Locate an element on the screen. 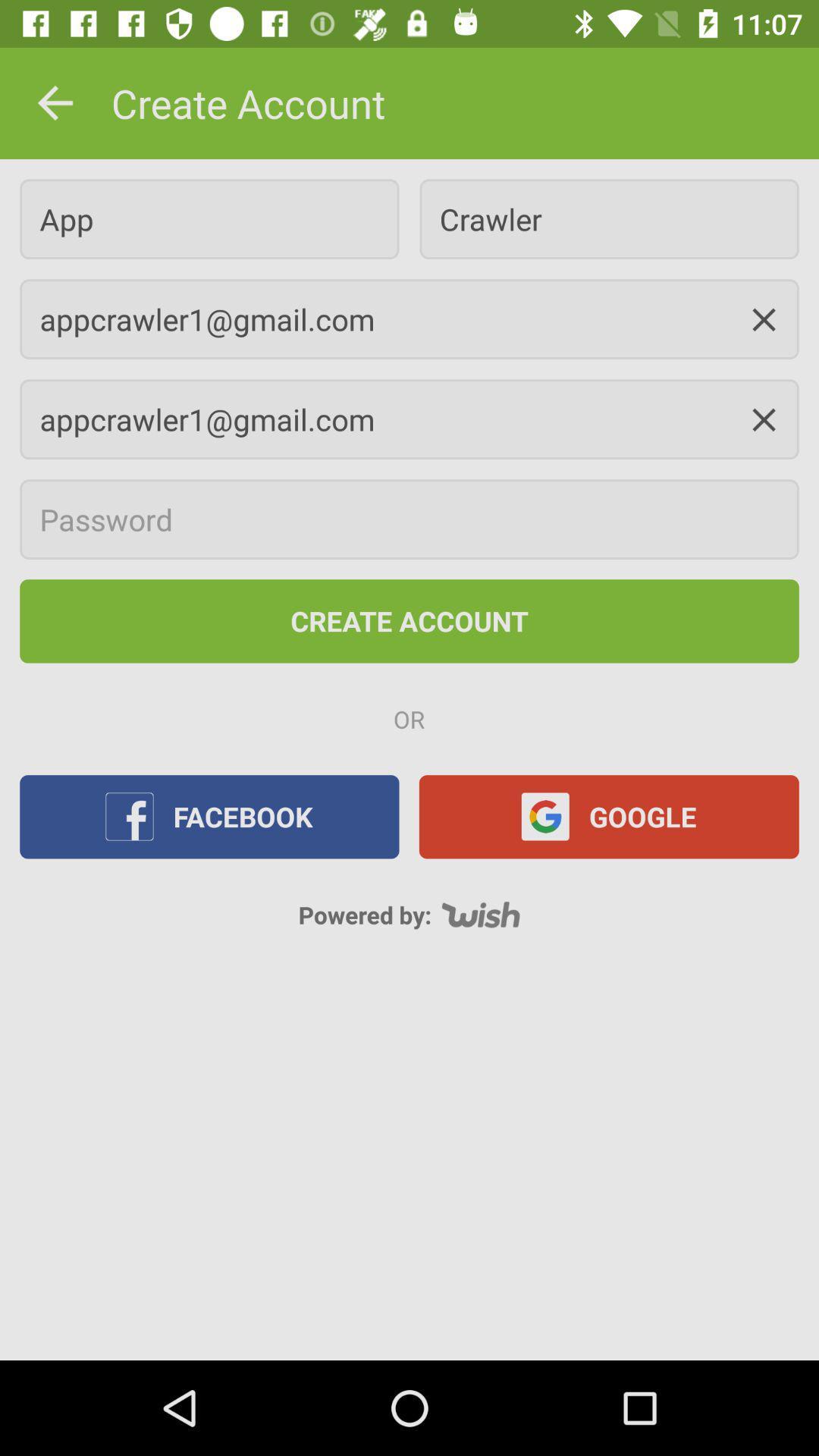 The image size is (819, 1456). the crawler item is located at coordinates (608, 218).